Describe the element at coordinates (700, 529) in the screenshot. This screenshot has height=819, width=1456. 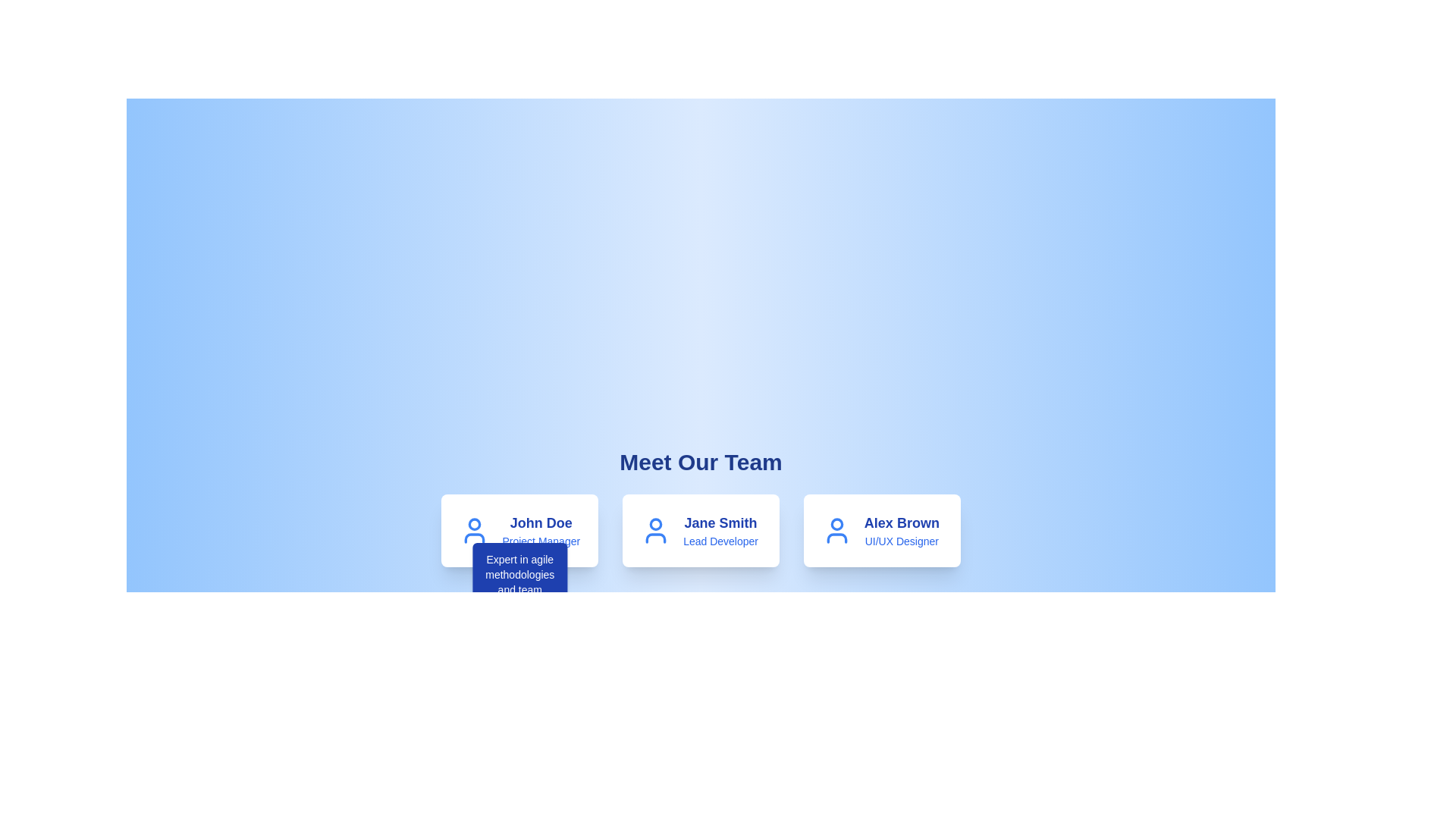
I see `the second card in the row featuring a user silhouette icon, the name 'Jane Smith' in bold blue font, and the role 'Lead Developer'` at that location.